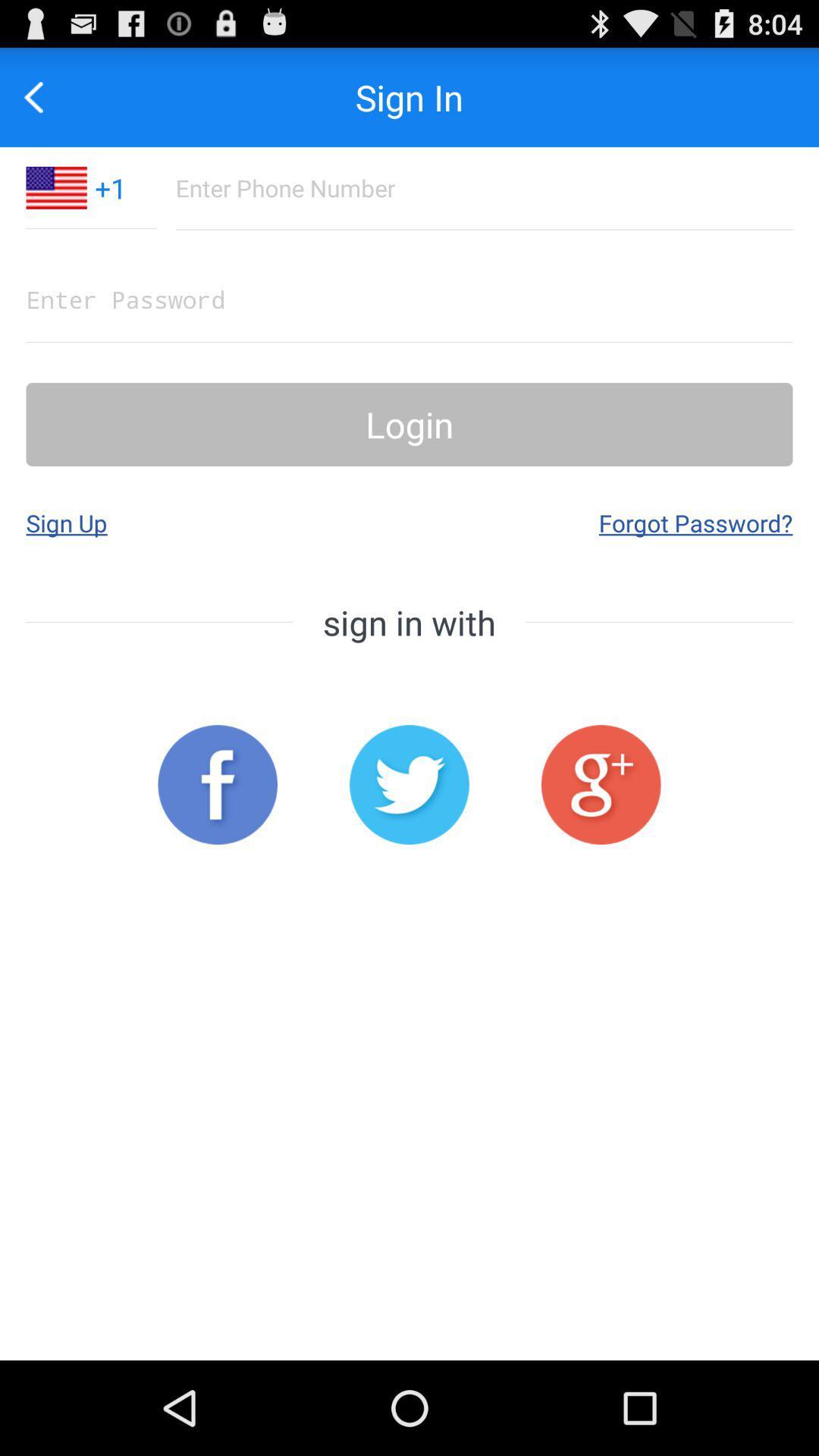 Image resolution: width=819 pixels, height=1456 pixels. Describe the element at coordinates (695, 522) in the screenshot. I see `app to the right of sign up` at that location.